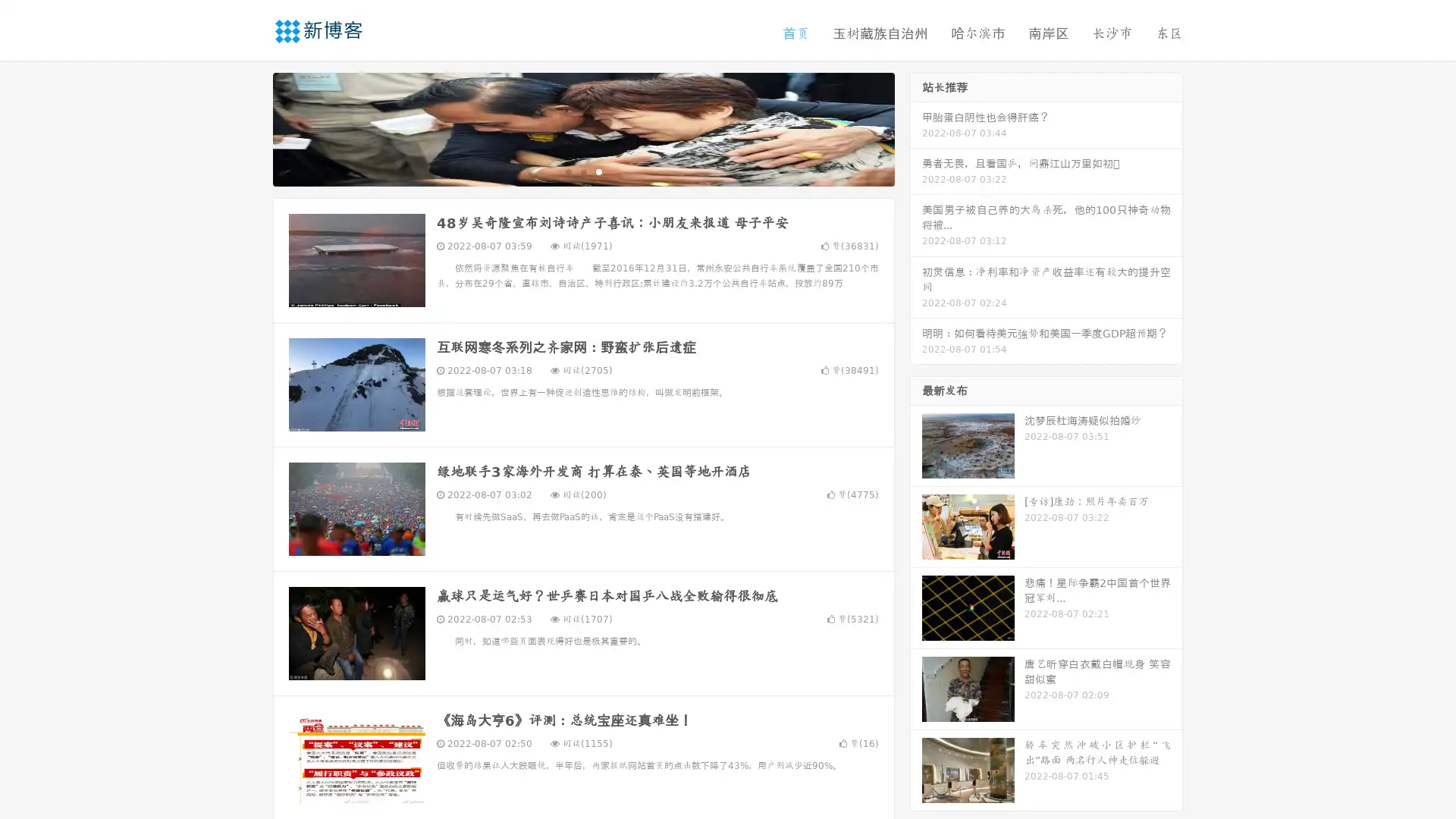 This screenshot has width=1456, height=819. What do you see at coordinates (916, 127) in the screenshot?
I see `Next slide` at bounding box center [916, 127].